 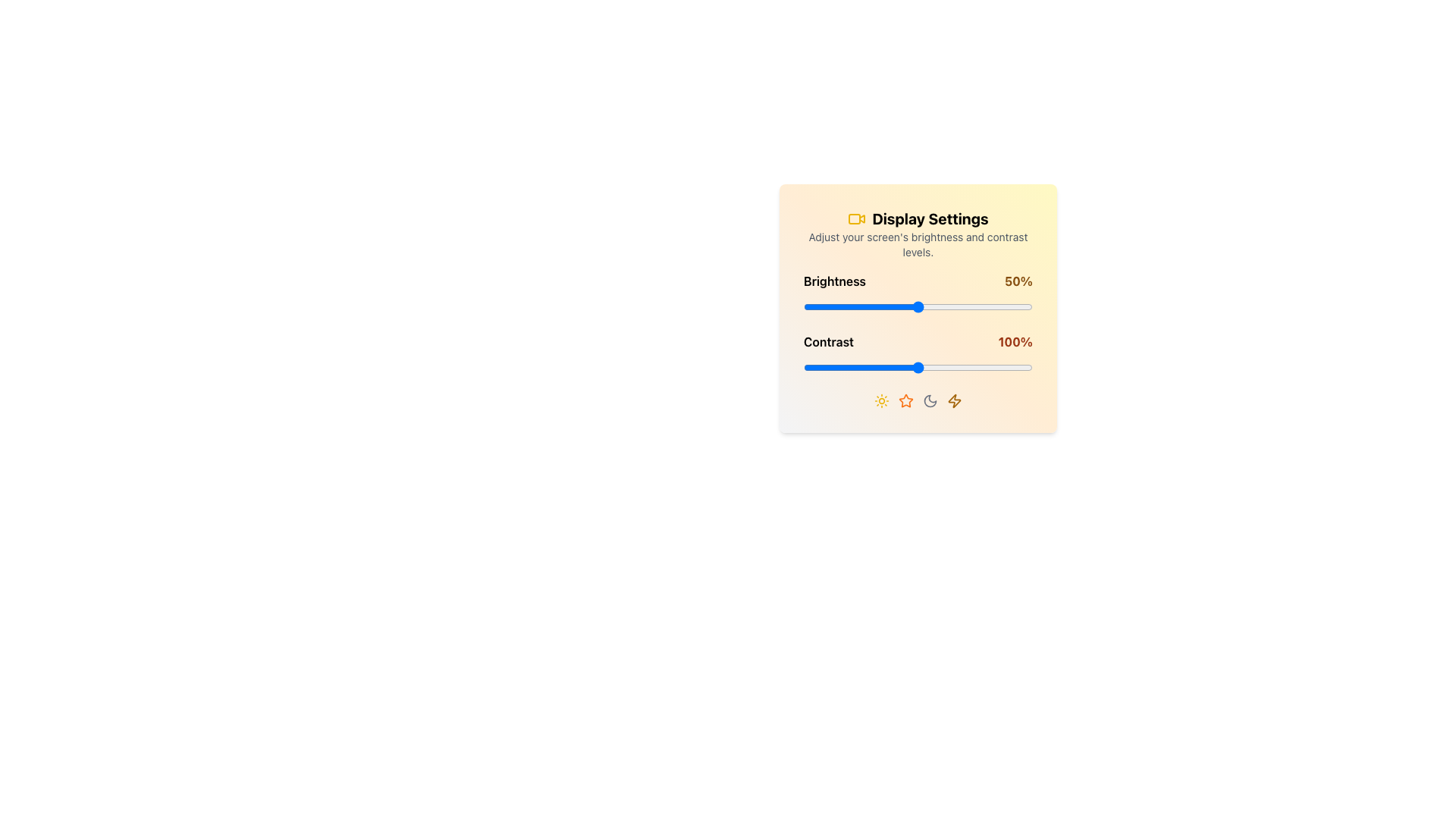 What do you see at coordinates (881, 400) in the screenshot?
I see `the bright yellow sun icon` at bounding box center [881, 400].